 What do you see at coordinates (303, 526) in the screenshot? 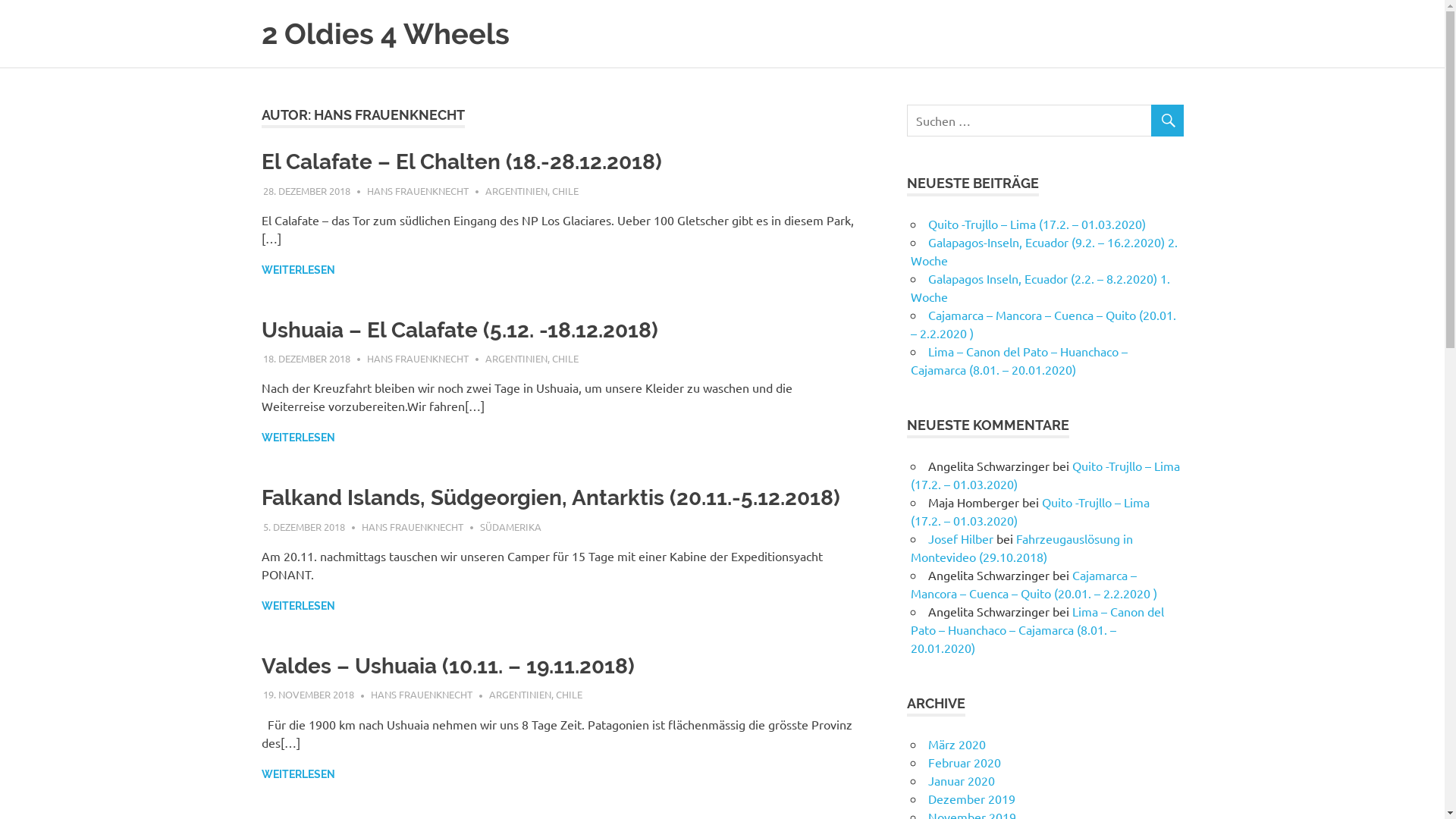
I see `'5. DEZEMBER 2018'` at bounding box center [303, 526].